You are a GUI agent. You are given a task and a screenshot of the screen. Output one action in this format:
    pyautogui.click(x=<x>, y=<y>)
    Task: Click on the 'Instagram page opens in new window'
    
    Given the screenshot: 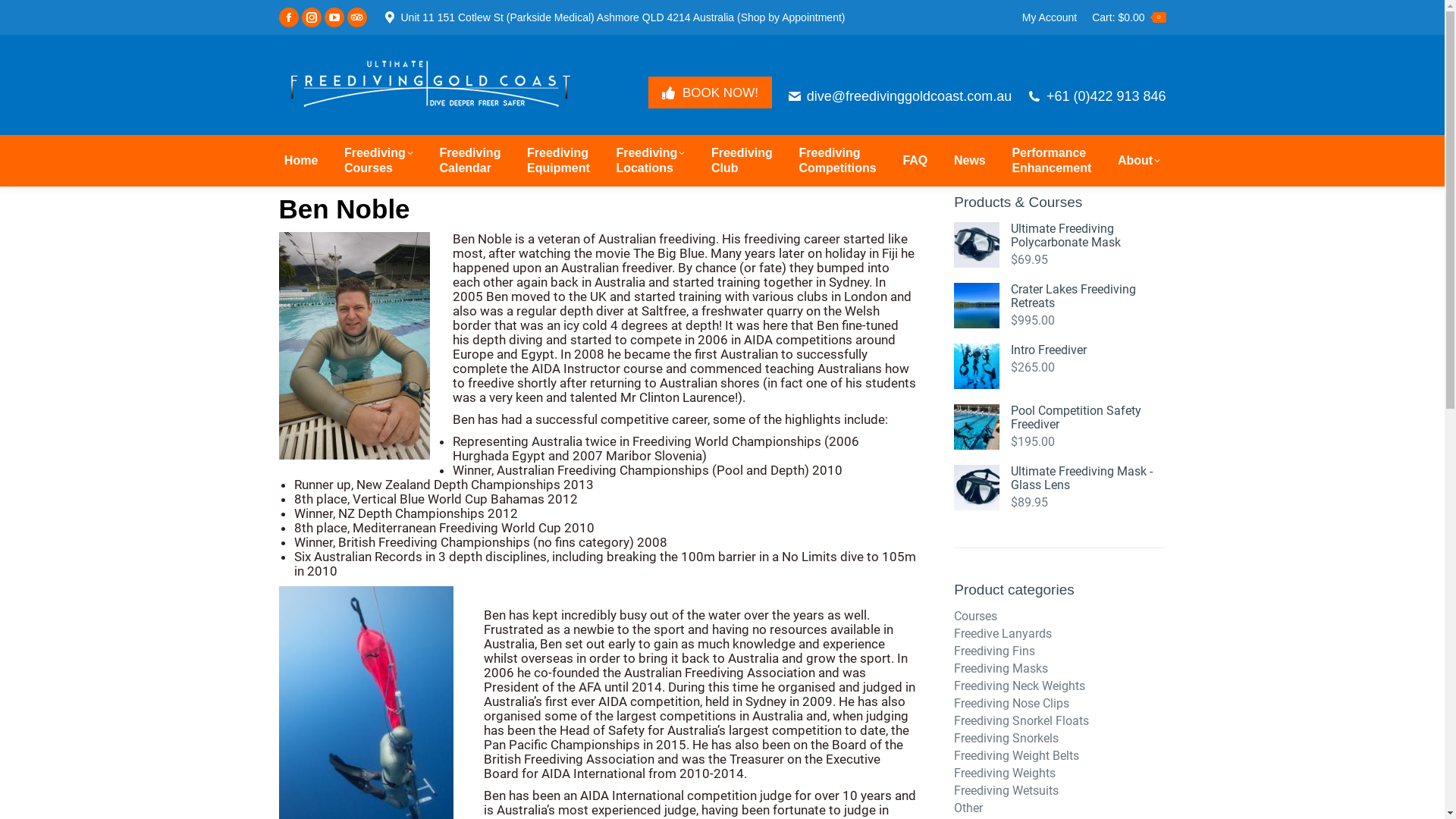 What is the action you would take?
    pyautogui.click(x=311, y=17)
    